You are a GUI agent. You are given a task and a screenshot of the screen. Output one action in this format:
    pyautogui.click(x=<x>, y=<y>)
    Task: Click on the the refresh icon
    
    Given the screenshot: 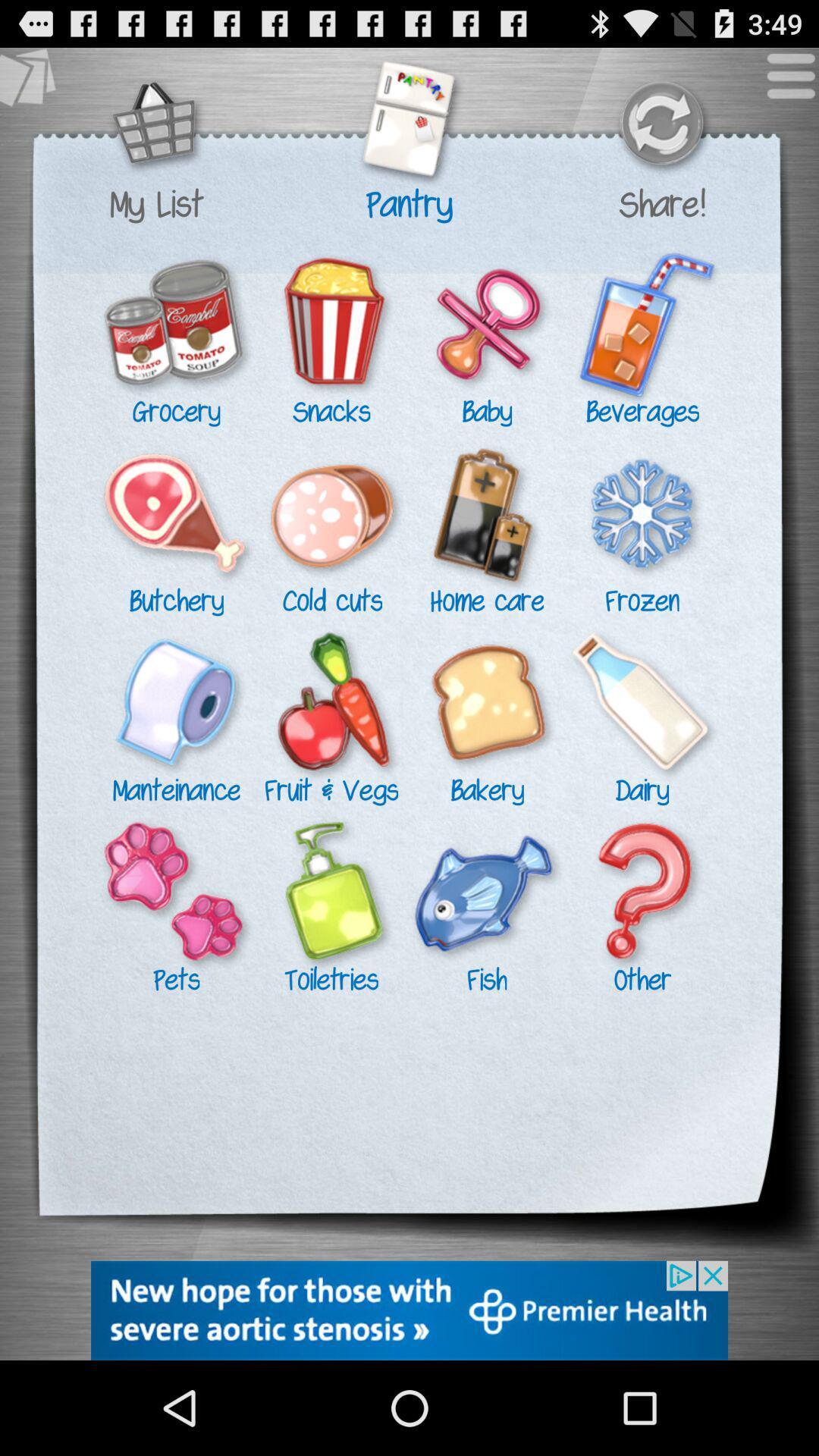 What is the action you would take?
    pyautogui.click(x=661, y=134)
    